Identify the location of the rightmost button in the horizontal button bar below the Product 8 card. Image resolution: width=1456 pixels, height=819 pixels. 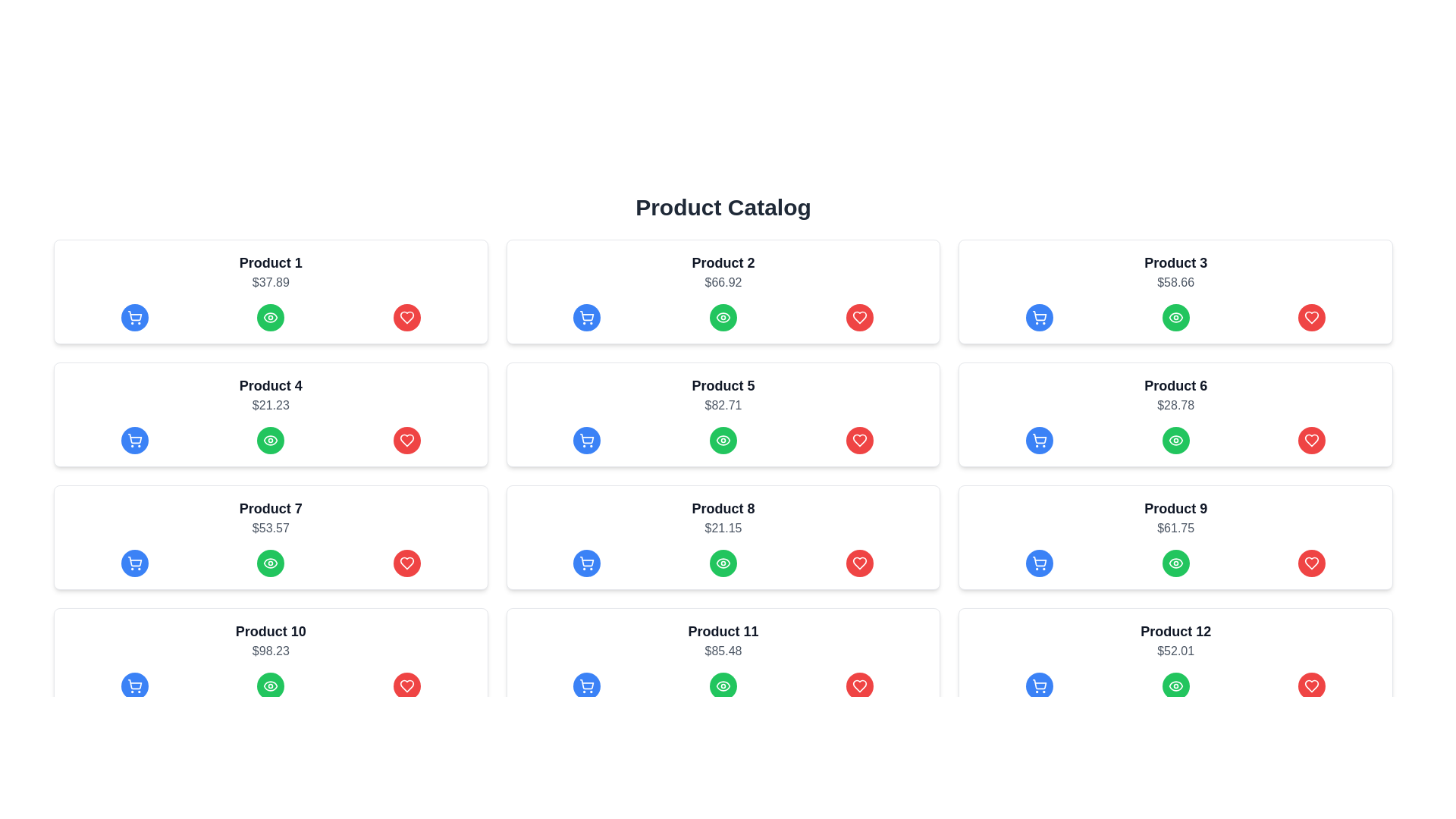
(723, 563).